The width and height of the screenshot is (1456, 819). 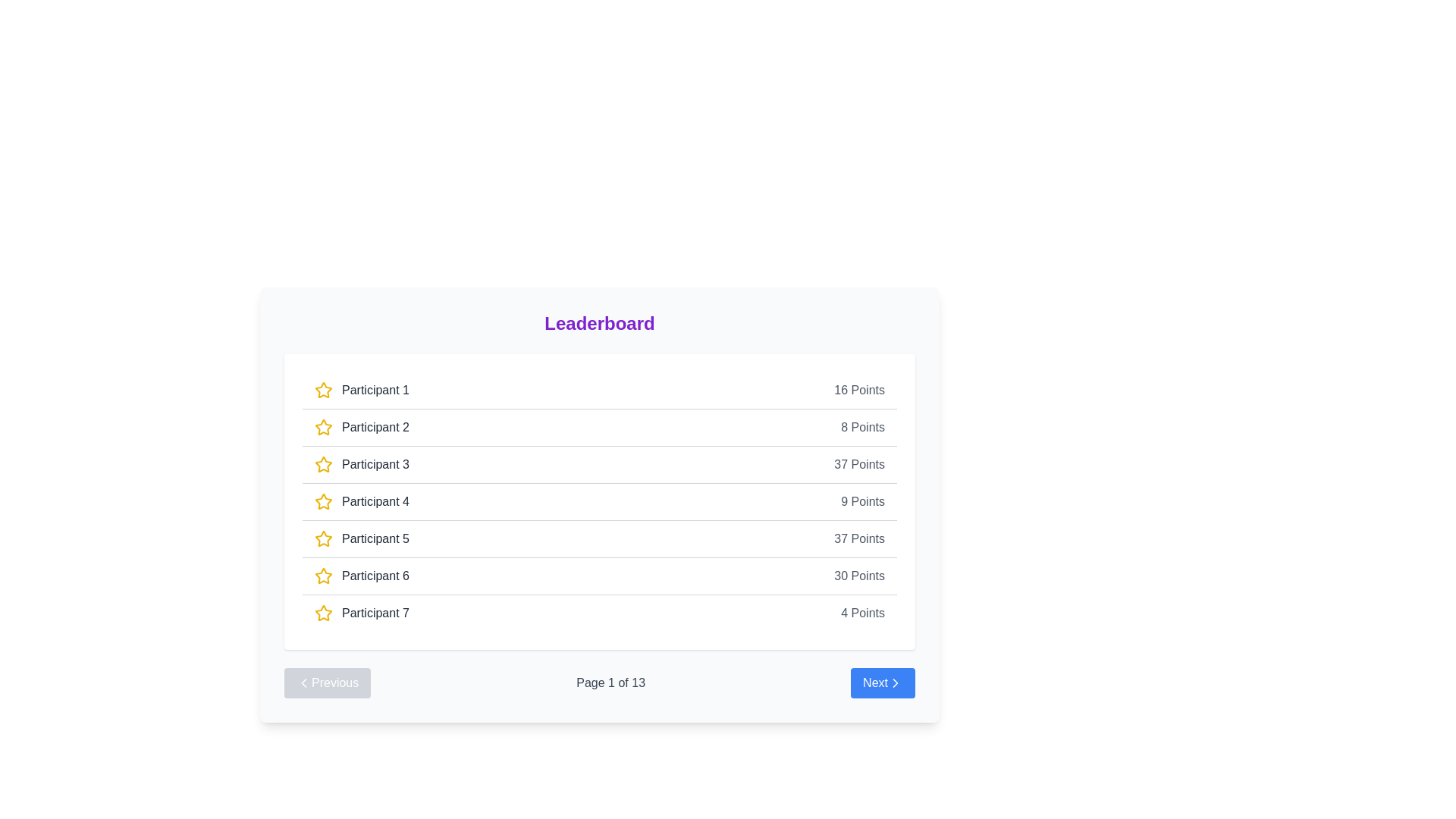 I want to click on name and points of the participant listed as 'Participant 6' with '30 Points' in the leaderboard, so click(x=599, y=576).